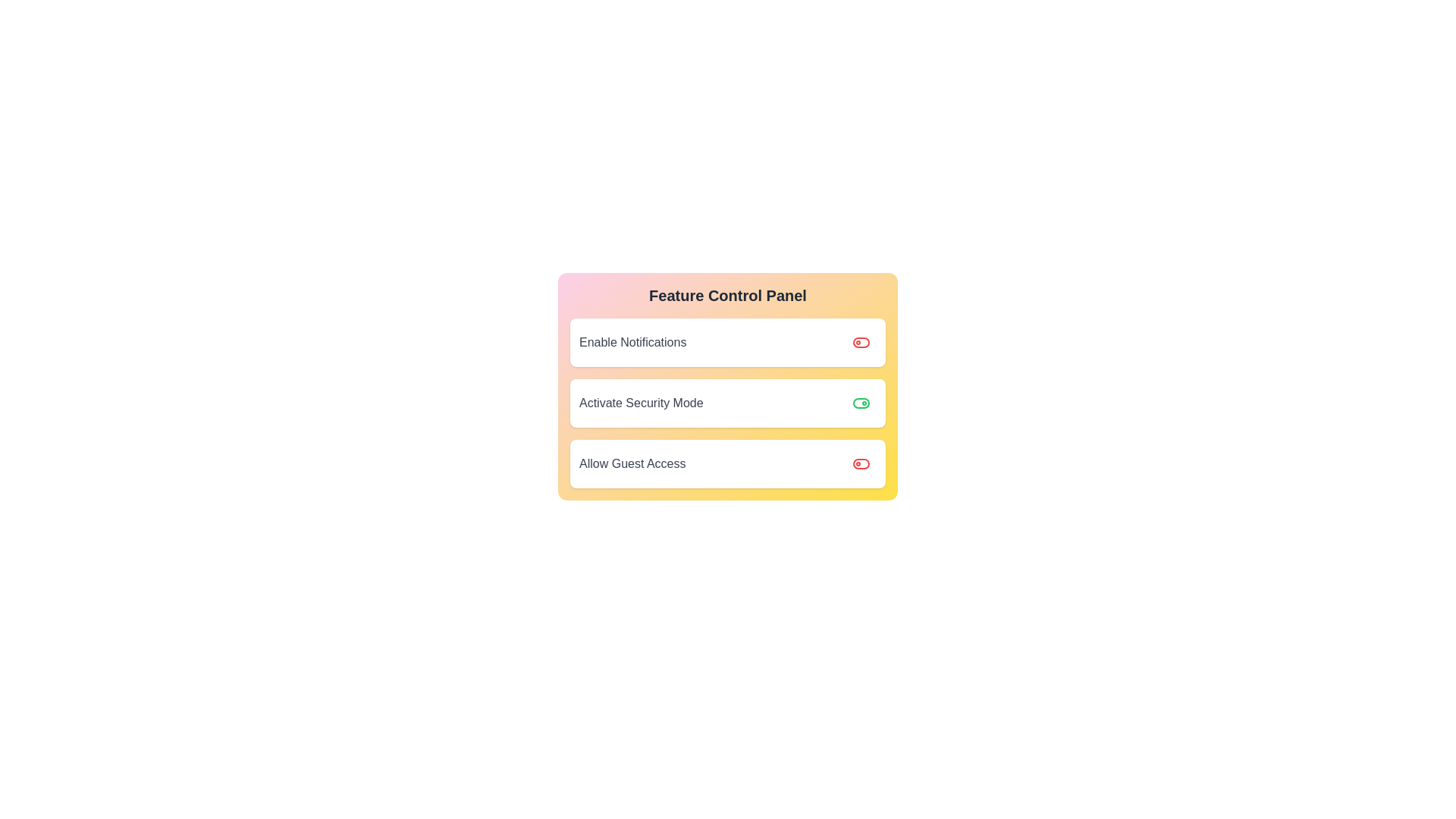 Image resolution: width=1456 pixels, height=819 pixels. I want to click on the label text that describes the functionality of the toggle button, located in the first row of the vertically stacked list in the feature control panel, so click(632, 342).